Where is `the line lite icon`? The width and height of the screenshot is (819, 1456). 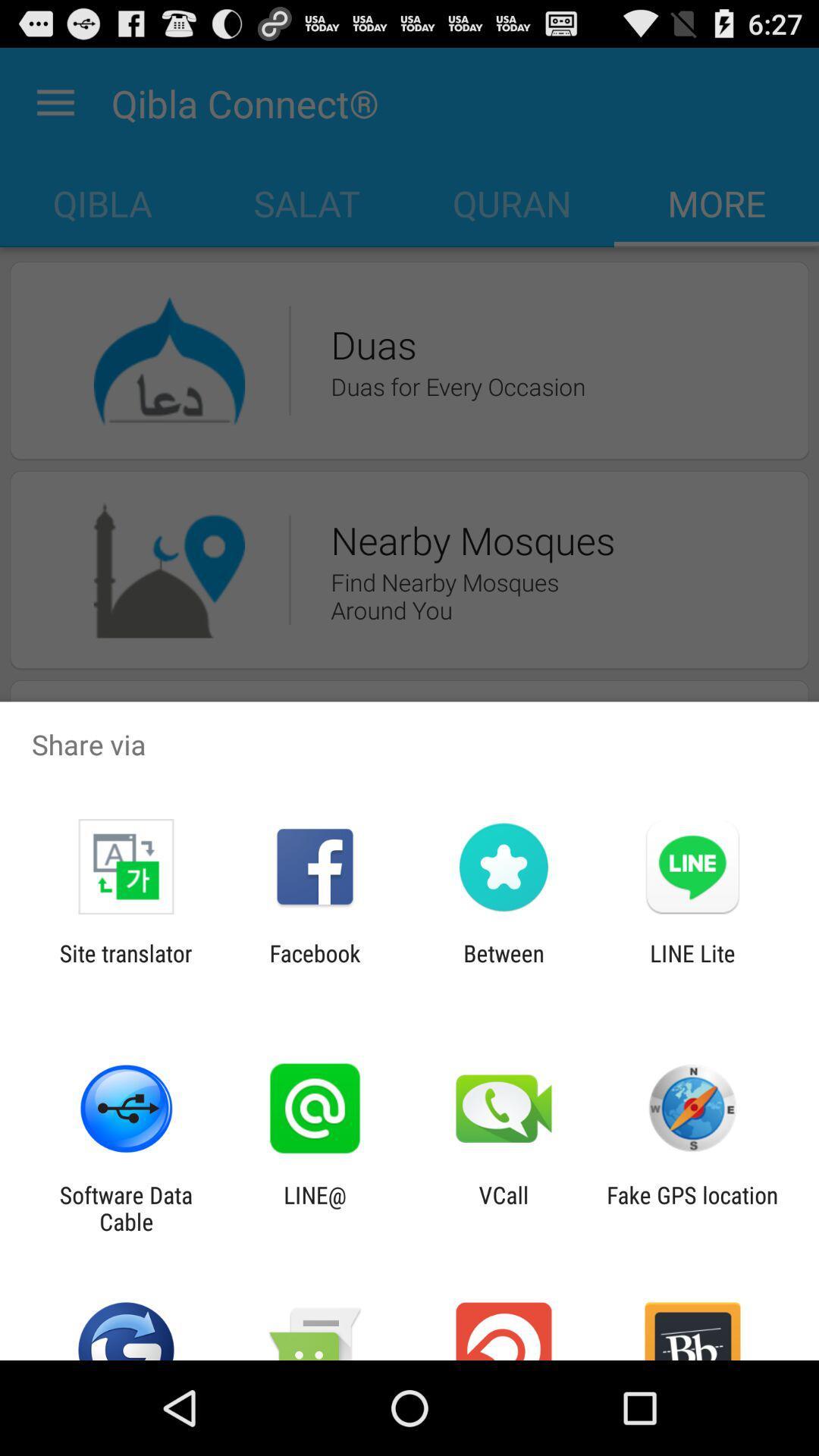
the line lite icon is located at coordinates (692, 966).